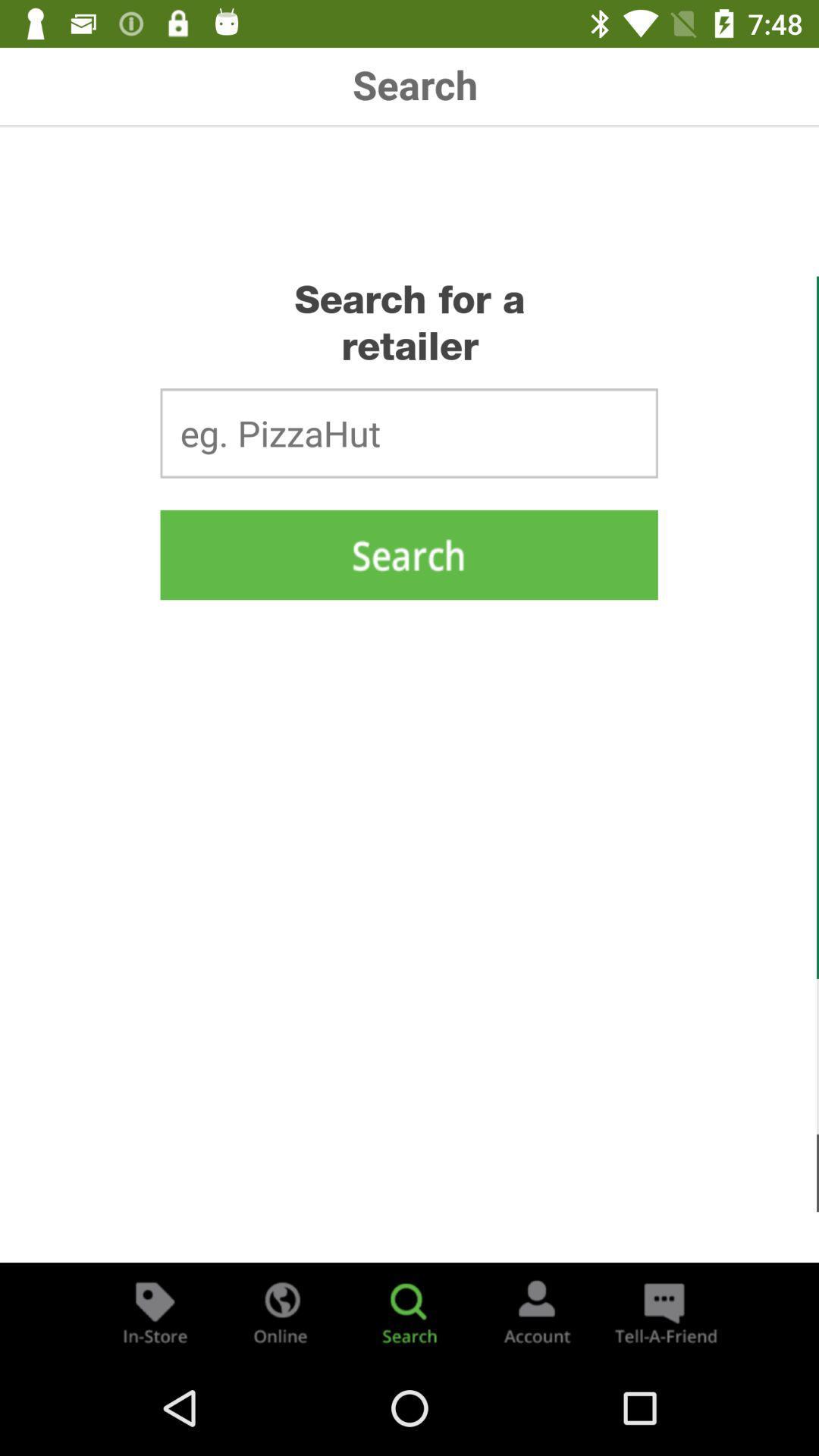 The image size is (819, 1456). What do you see at coordinates (663, 1310) in the screenshot?
I see `the highlighted area is used to tell the friends in contact list about the application` at bounding box center [663, 1310].